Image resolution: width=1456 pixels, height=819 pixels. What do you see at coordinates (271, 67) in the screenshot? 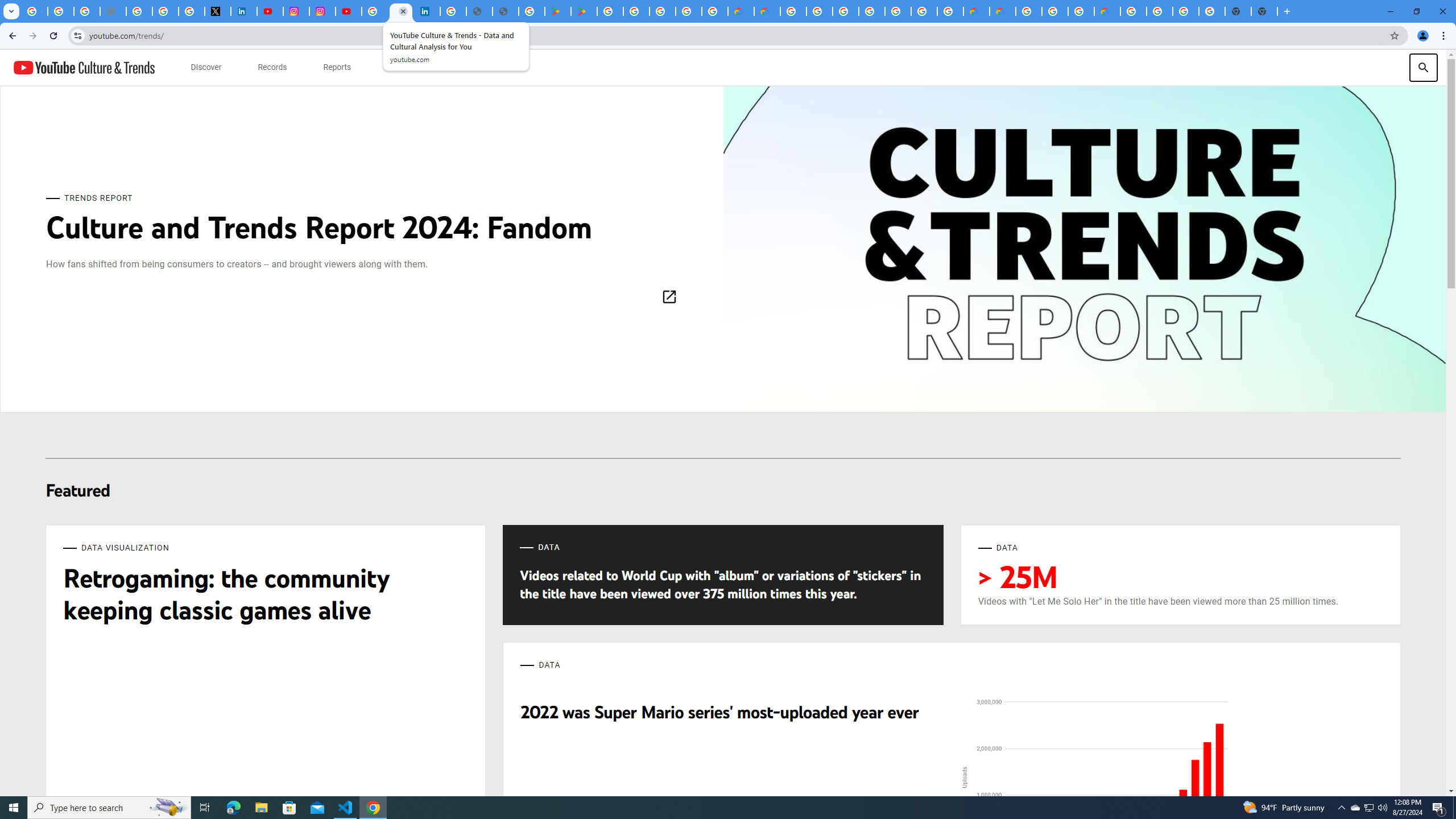
I see `'subnav-Records menupopup'` at bounding box center [271, 67].